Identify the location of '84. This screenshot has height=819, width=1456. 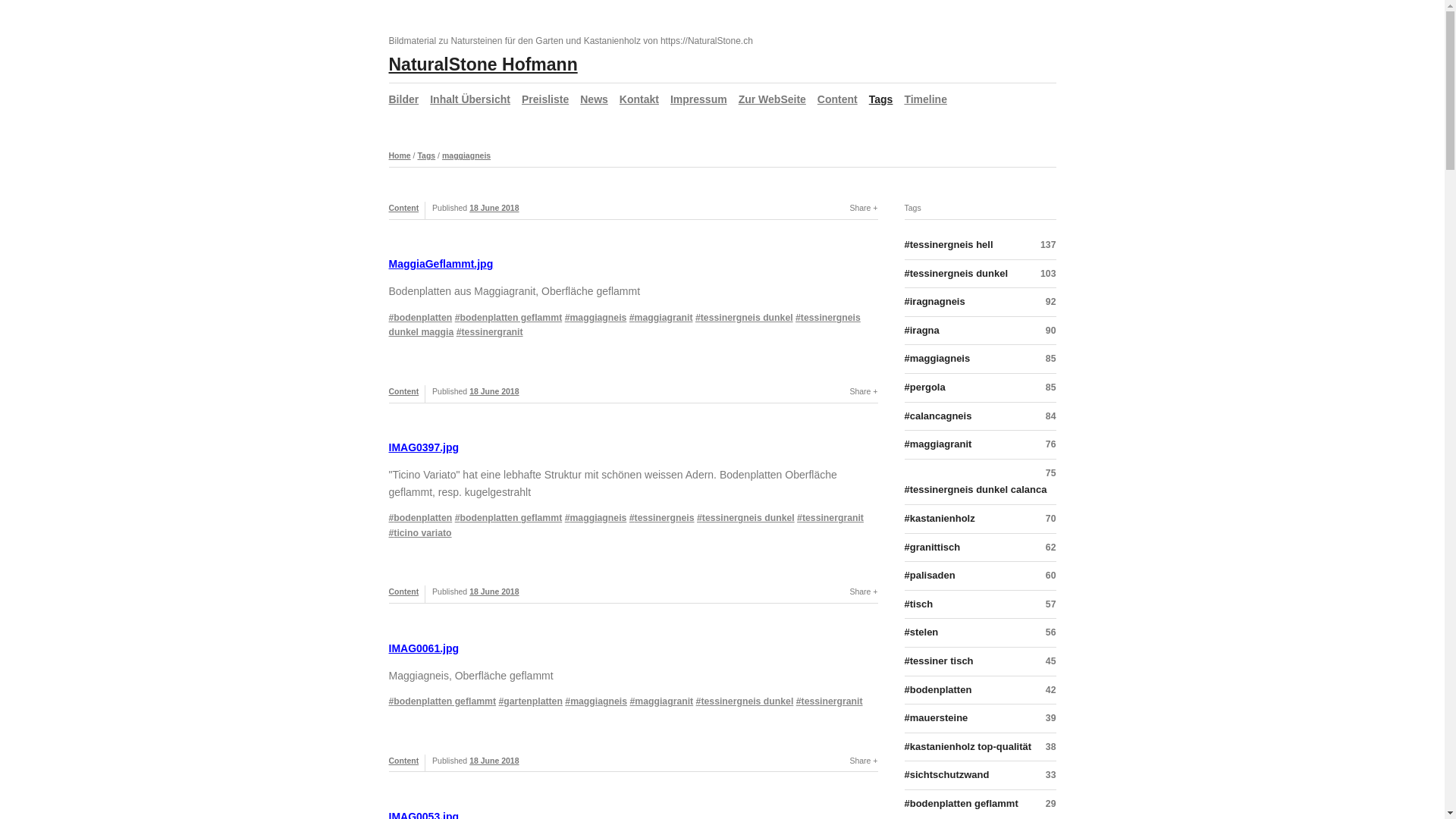
(979, 417).